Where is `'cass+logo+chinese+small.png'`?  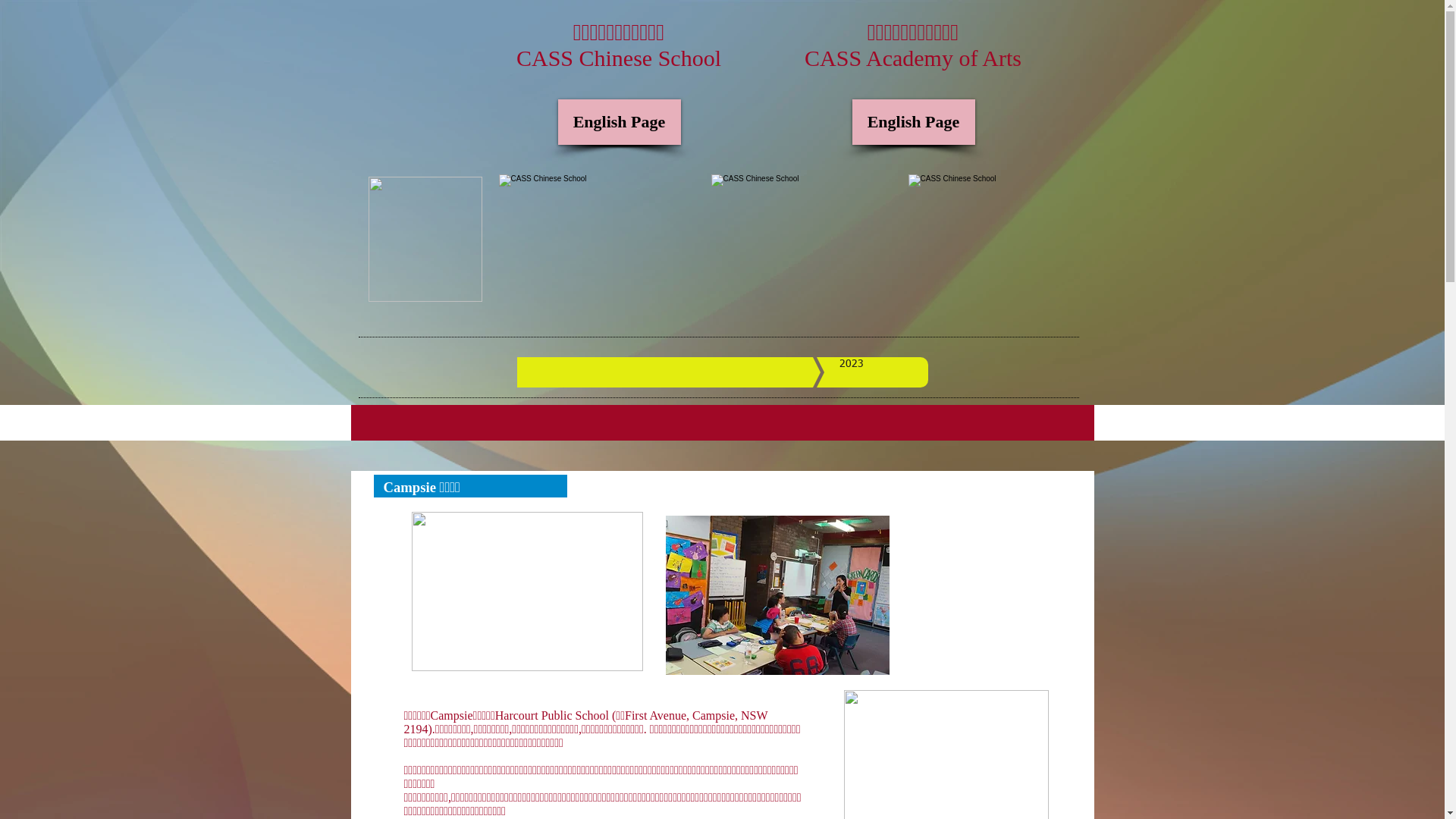 'cass+logo+chinese+small.png' is located at coordinates (425, 239).